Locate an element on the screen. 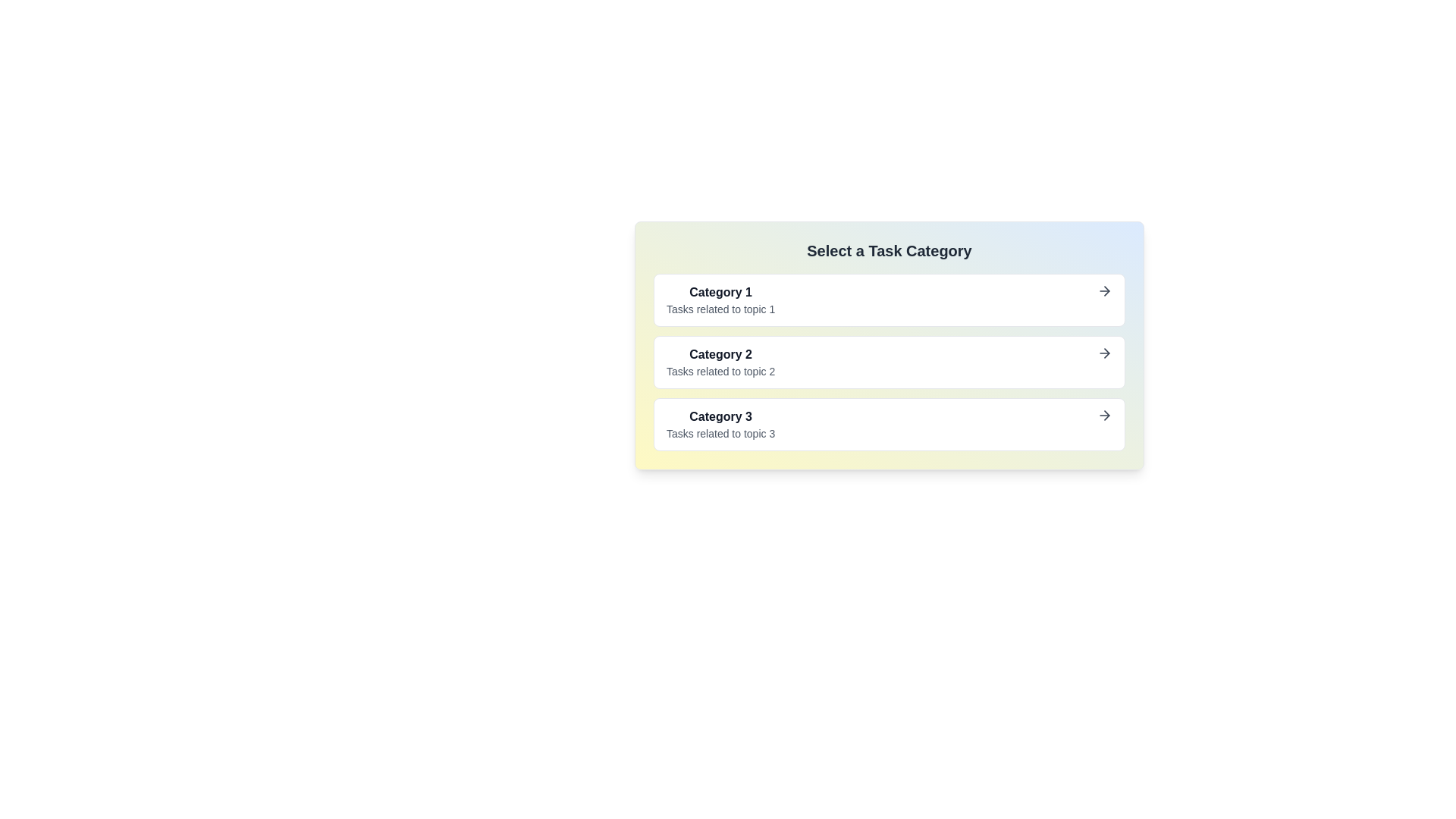 This screenshot has height=819, width=1456. the first text label that serves as the title for the first category in the task selection interface is located at coordinates (720, 292).